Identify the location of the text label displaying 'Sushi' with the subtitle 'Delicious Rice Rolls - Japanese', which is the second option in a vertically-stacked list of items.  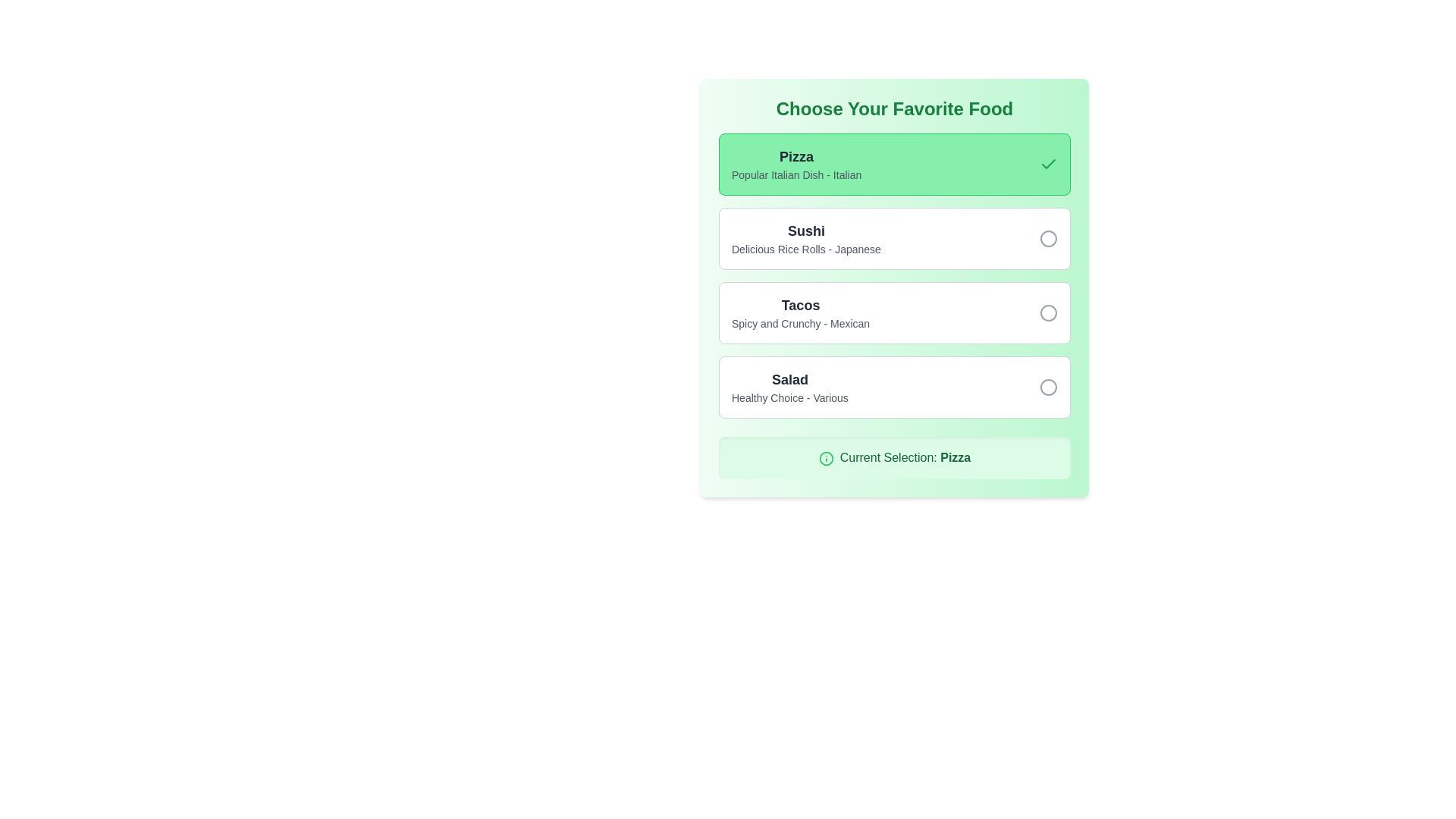
(805, 239).